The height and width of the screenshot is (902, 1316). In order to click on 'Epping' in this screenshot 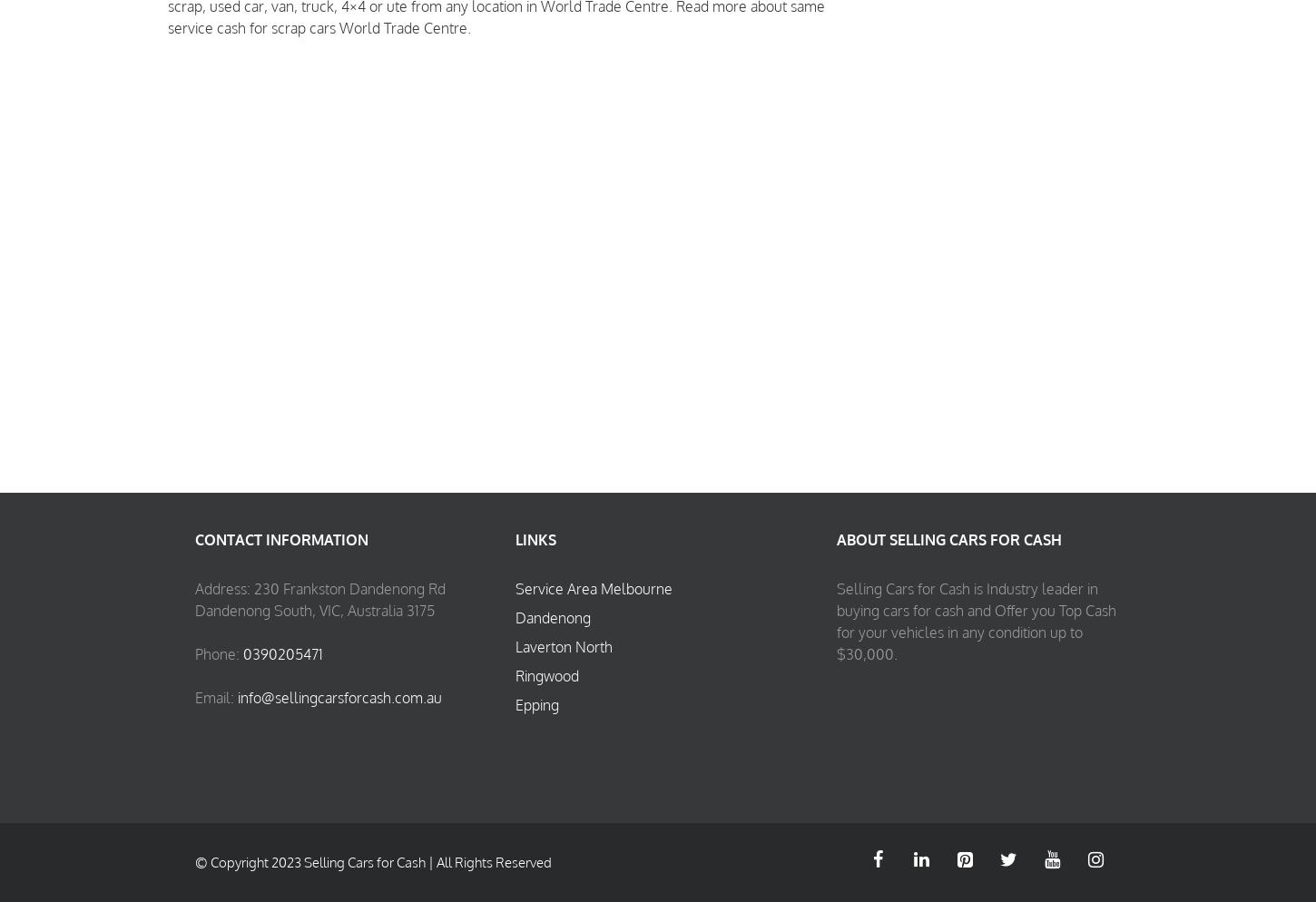, I will do `click(515, 704)`.